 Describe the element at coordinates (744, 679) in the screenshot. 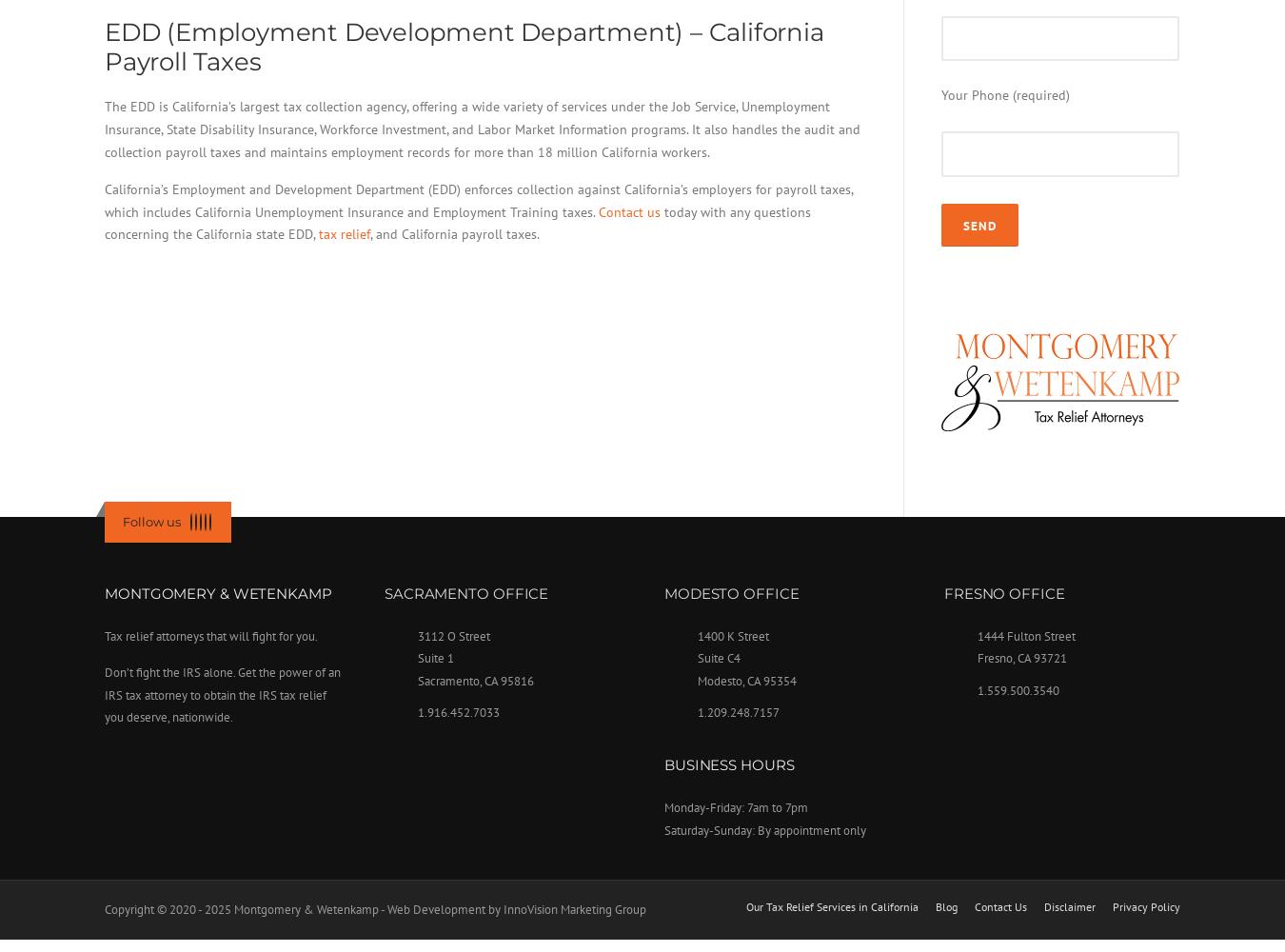

I see `'Modesto, CA 95354'` at that location.